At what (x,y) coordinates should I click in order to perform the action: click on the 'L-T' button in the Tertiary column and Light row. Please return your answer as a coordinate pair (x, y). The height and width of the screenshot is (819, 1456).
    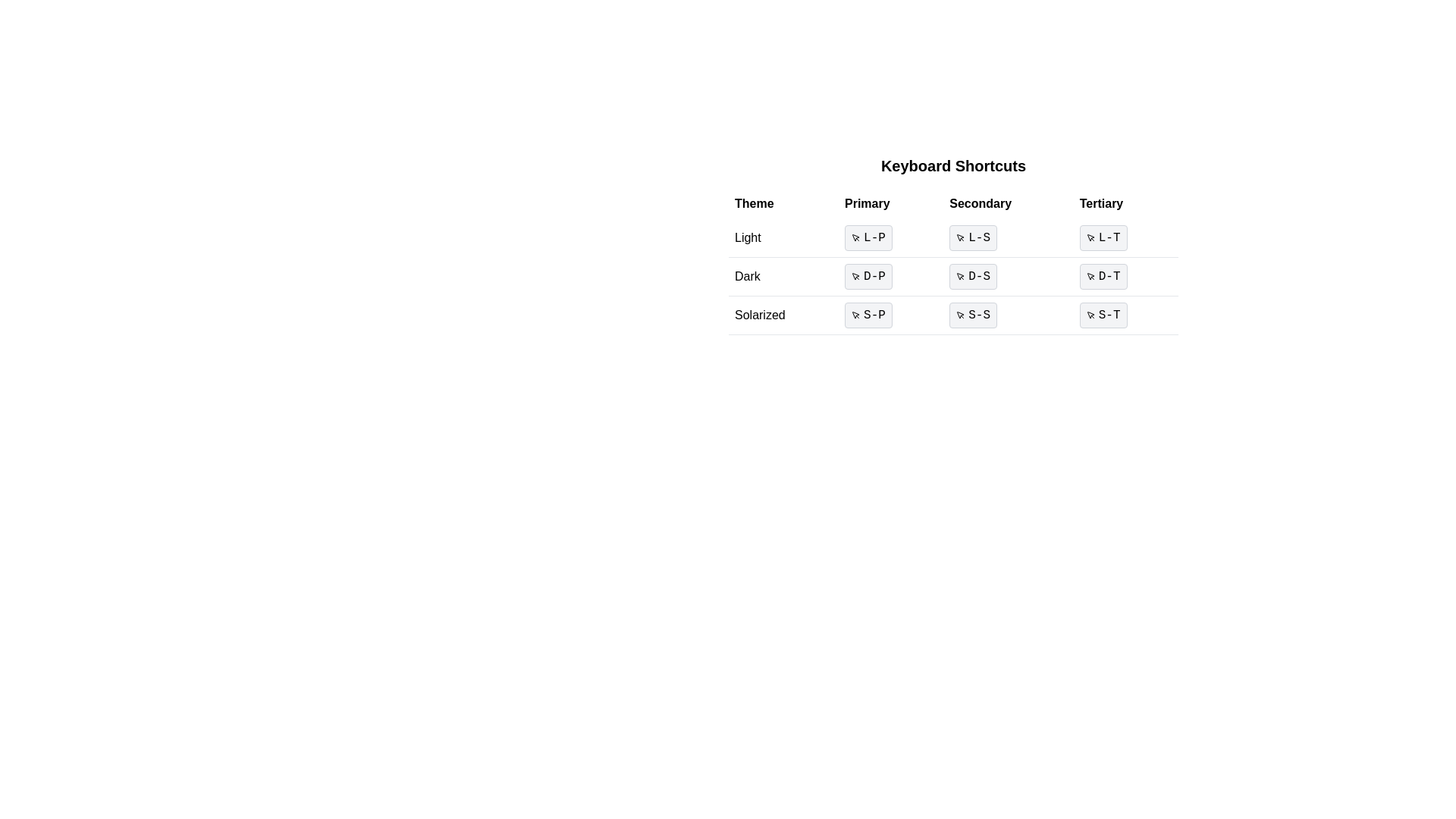
    Looking at the image, I should click on (1103, 237).